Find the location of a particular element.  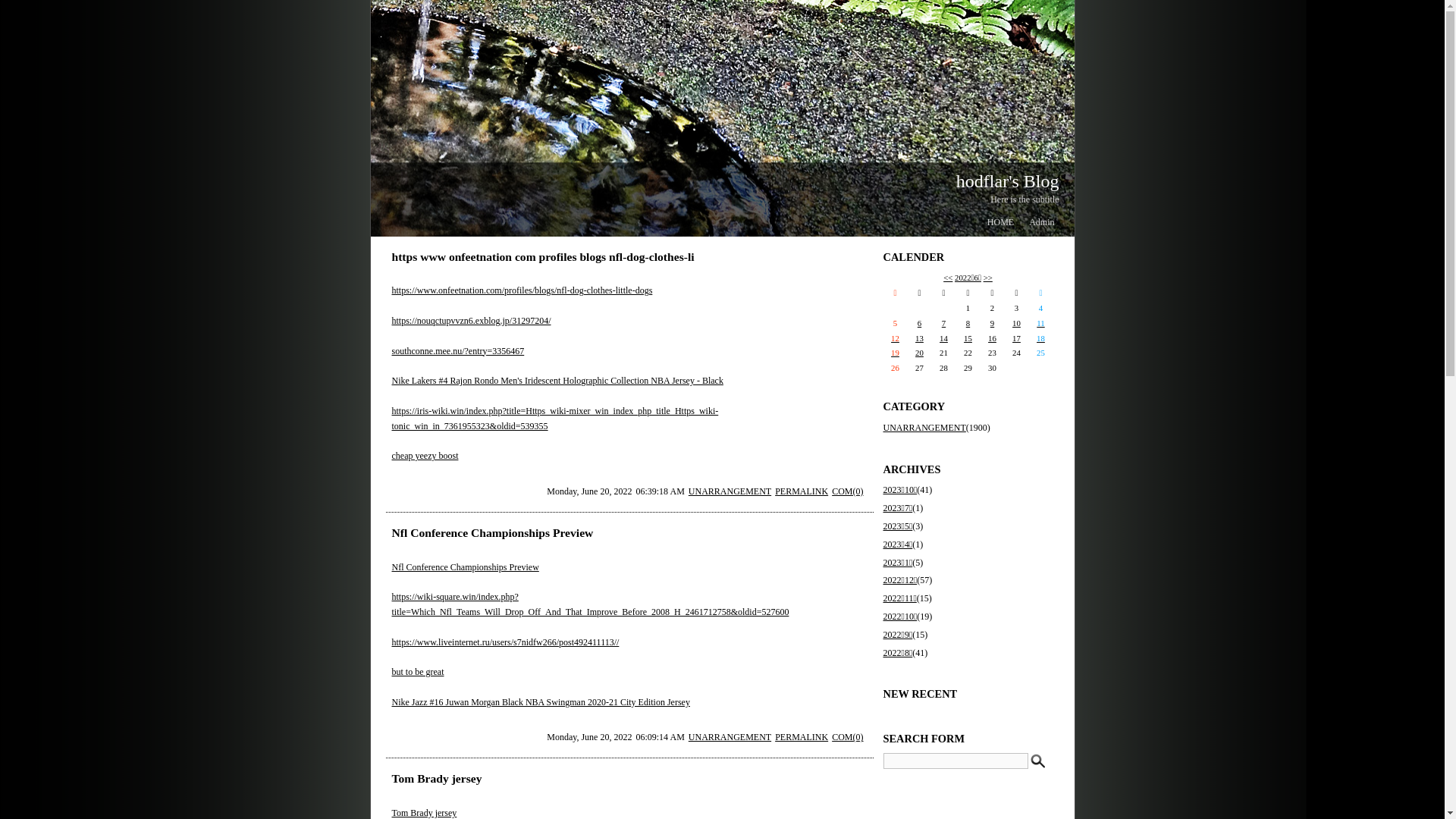

'https://nouqctupvvzn6.exblog.jp/31297204/' is located at coordinates (469, 320).